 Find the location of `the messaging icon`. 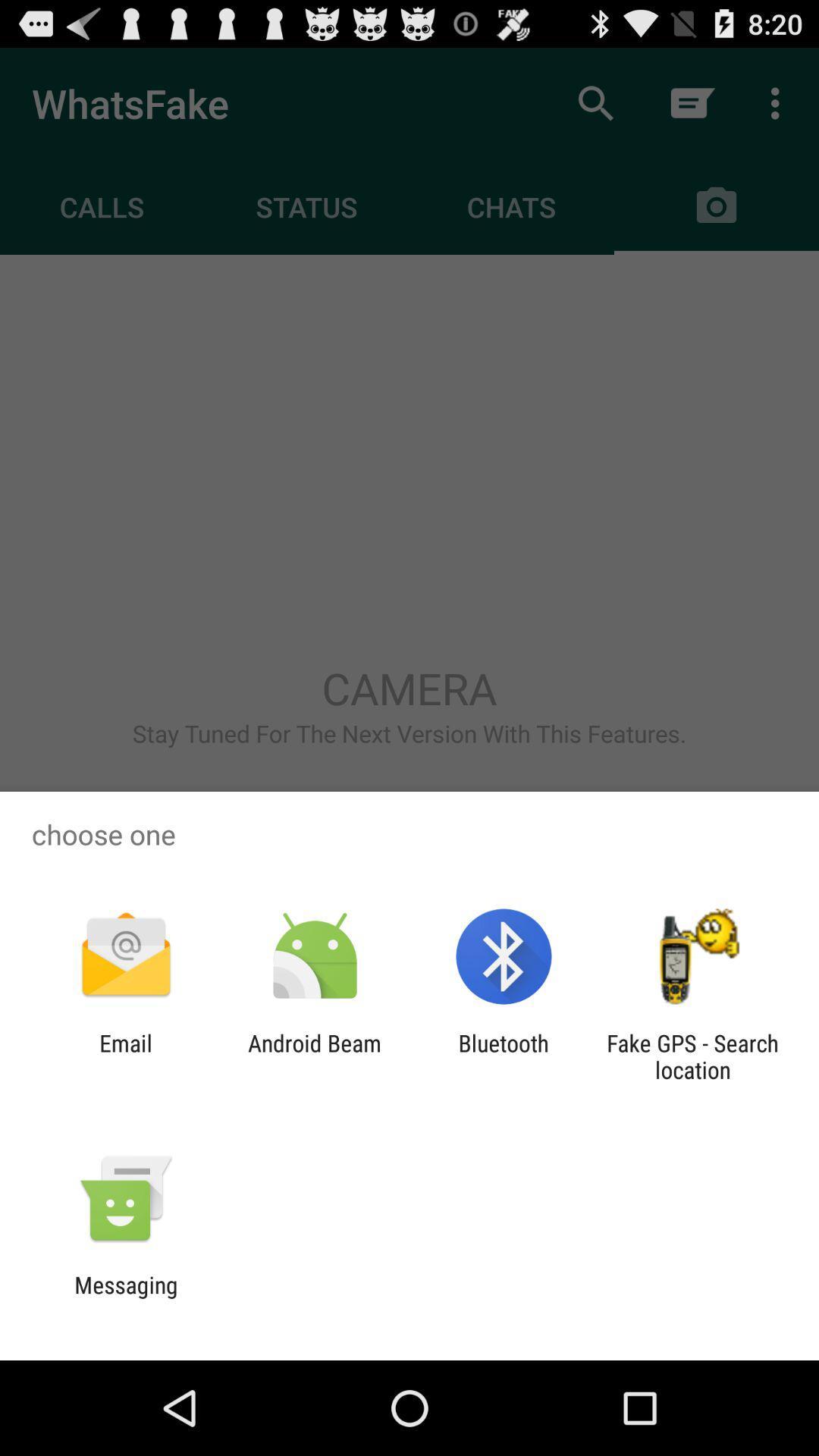

the messaging icon is located at coordinates (125, 1298).